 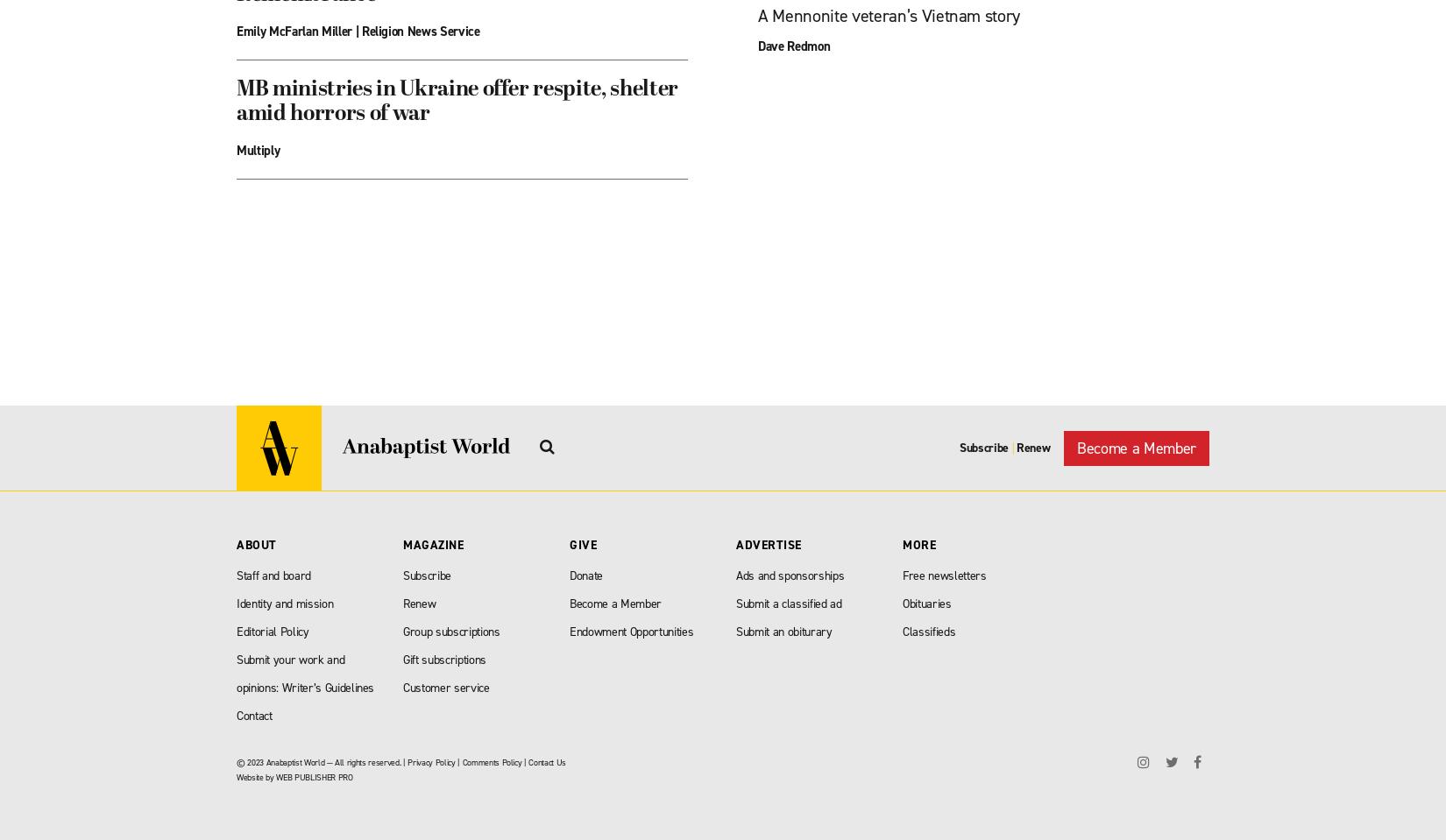 I want to click on 'MORE', so click(x=919, y=545).